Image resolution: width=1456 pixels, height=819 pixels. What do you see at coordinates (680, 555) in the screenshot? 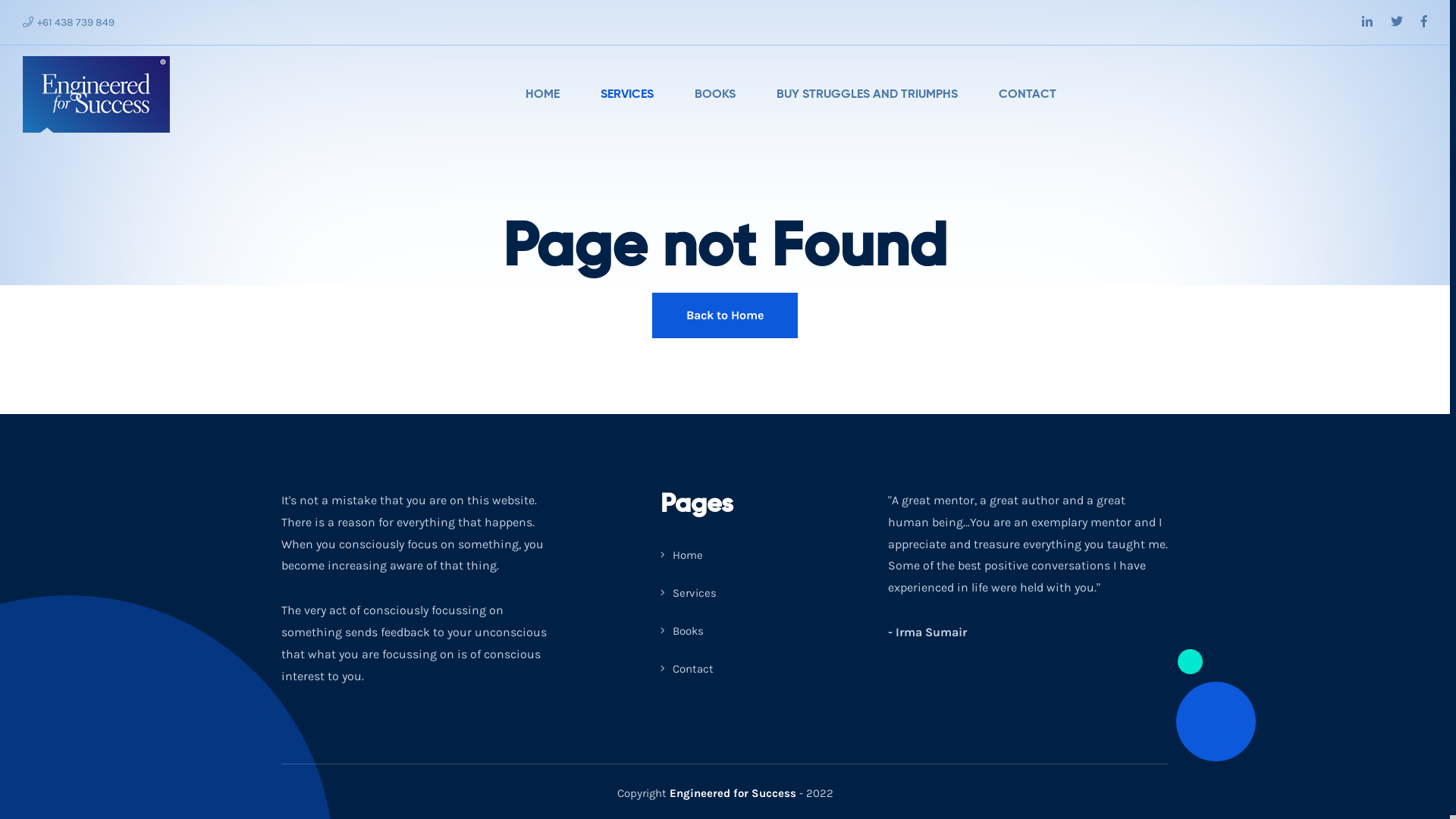
I see `'Home'` at bounding box center [680, 555].